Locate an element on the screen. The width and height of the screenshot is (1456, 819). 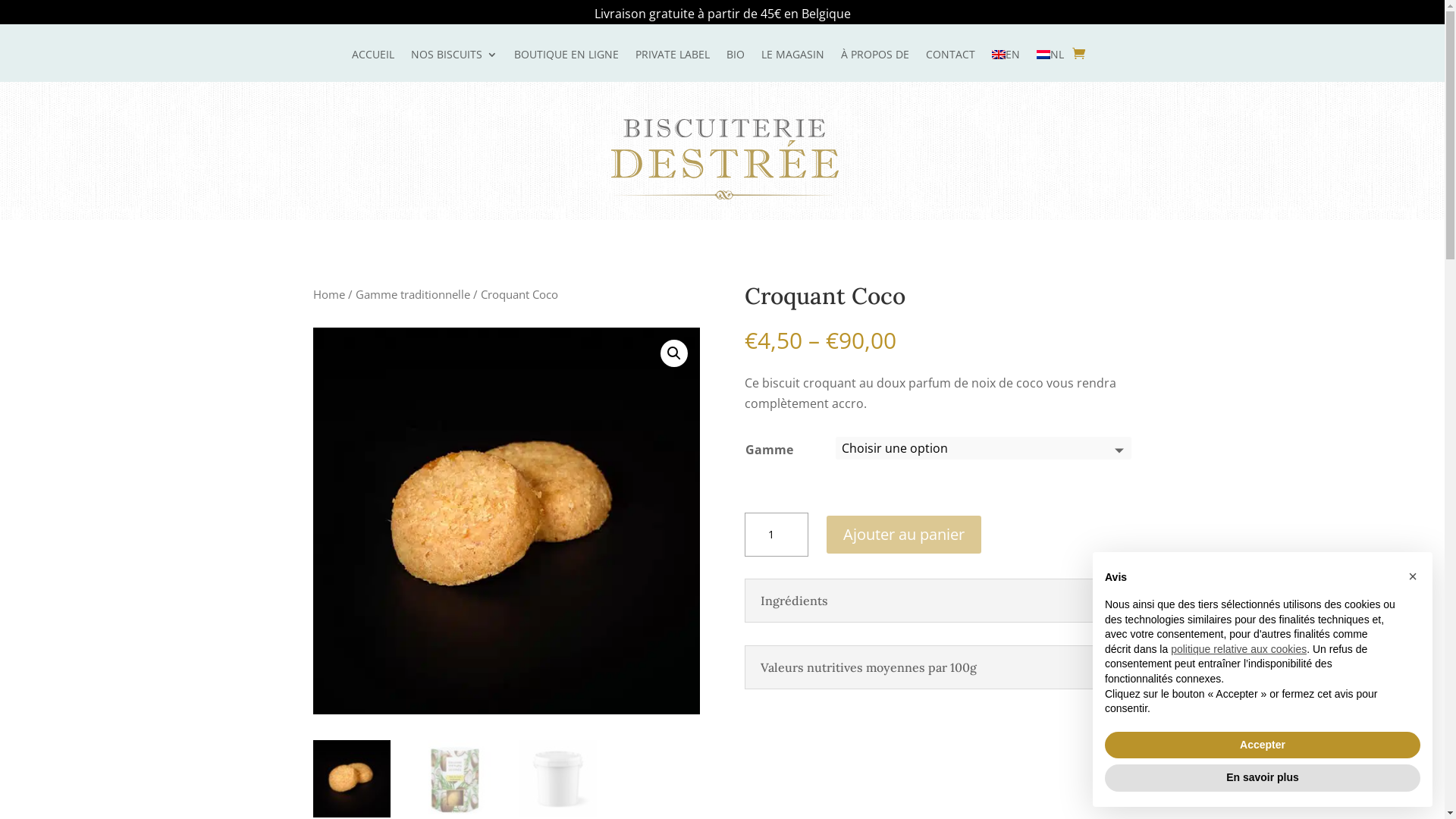
'CONTACT' is located at coordinates (949, 64).